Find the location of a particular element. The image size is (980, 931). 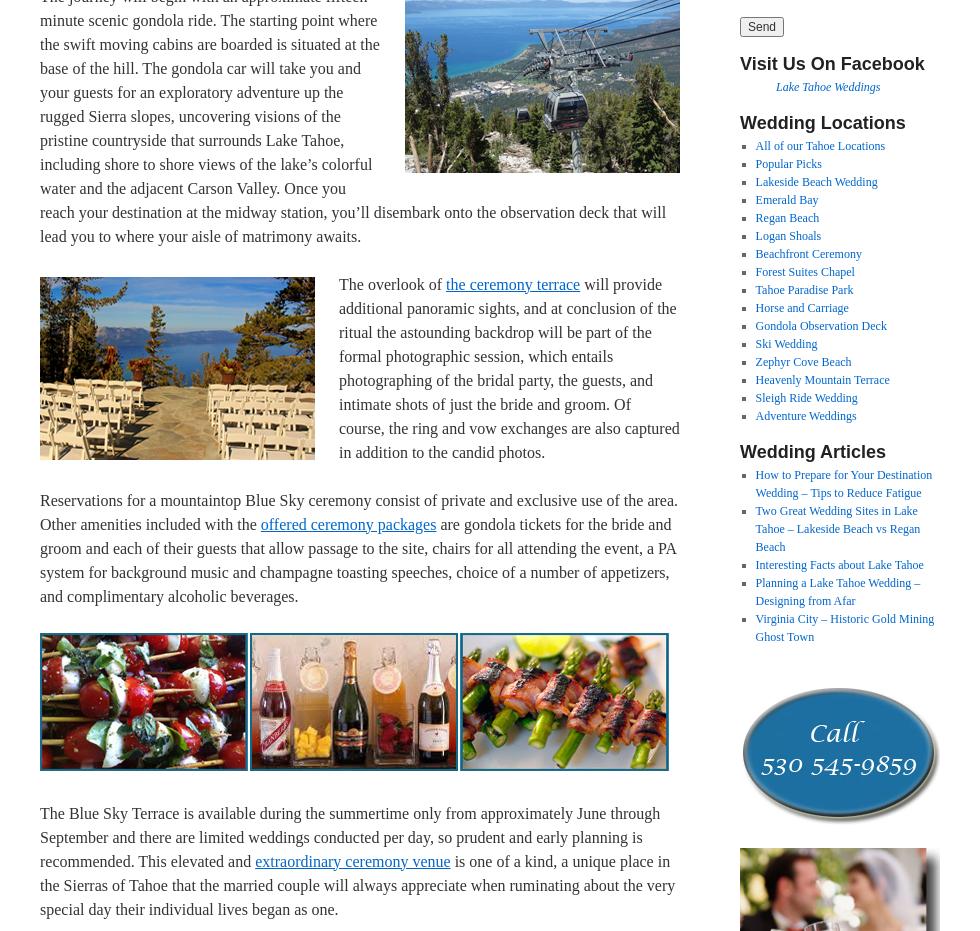

'Visit Us On Facebook' is located at coordinates (739, 62).